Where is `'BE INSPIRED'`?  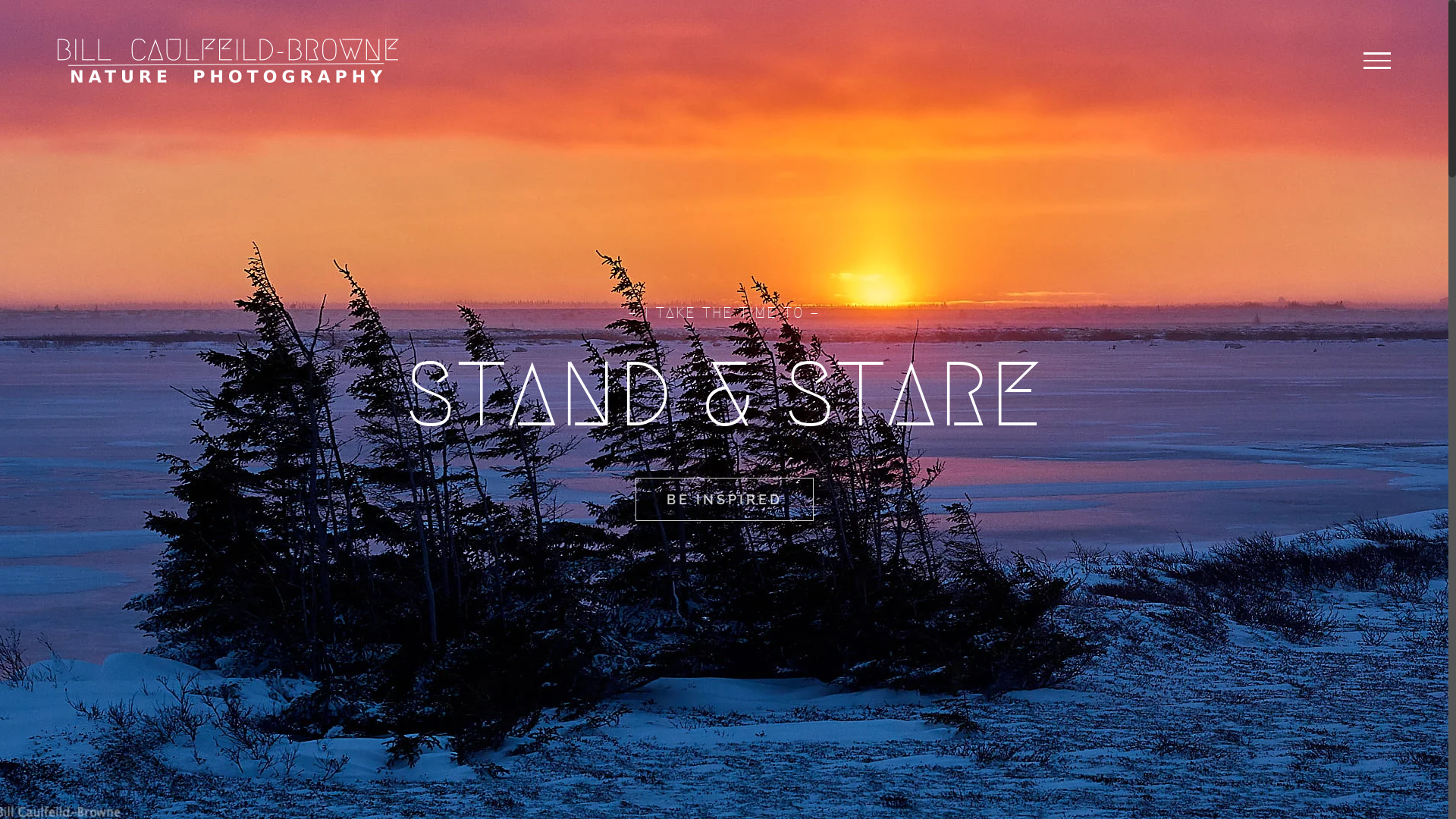
'BE INSPIRED' is located at coordinates (635, 499).